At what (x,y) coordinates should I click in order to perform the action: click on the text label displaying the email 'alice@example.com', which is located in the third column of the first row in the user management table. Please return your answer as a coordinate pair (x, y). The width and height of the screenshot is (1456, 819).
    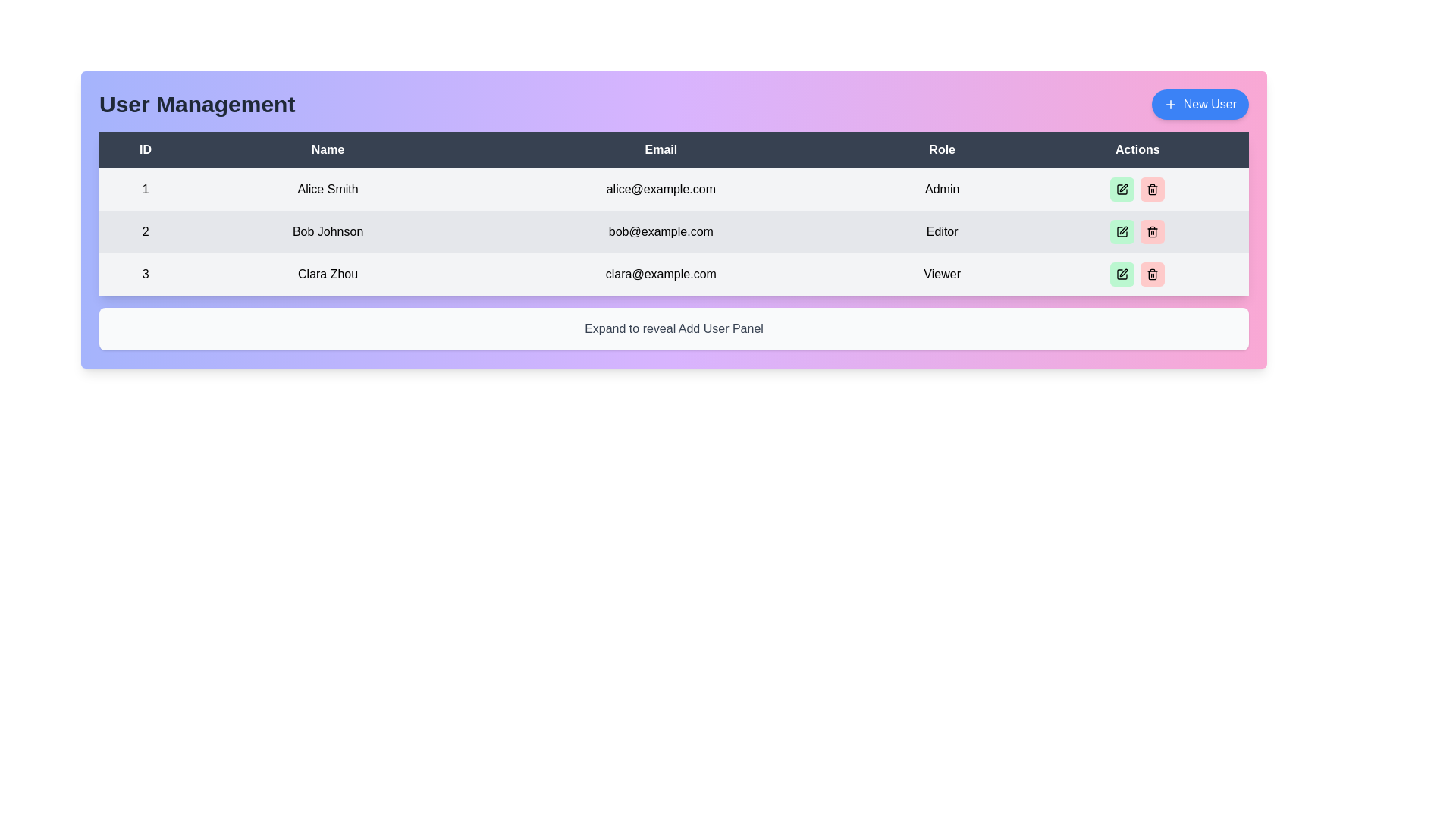
    Looking at the image, I should click on (661, 189).